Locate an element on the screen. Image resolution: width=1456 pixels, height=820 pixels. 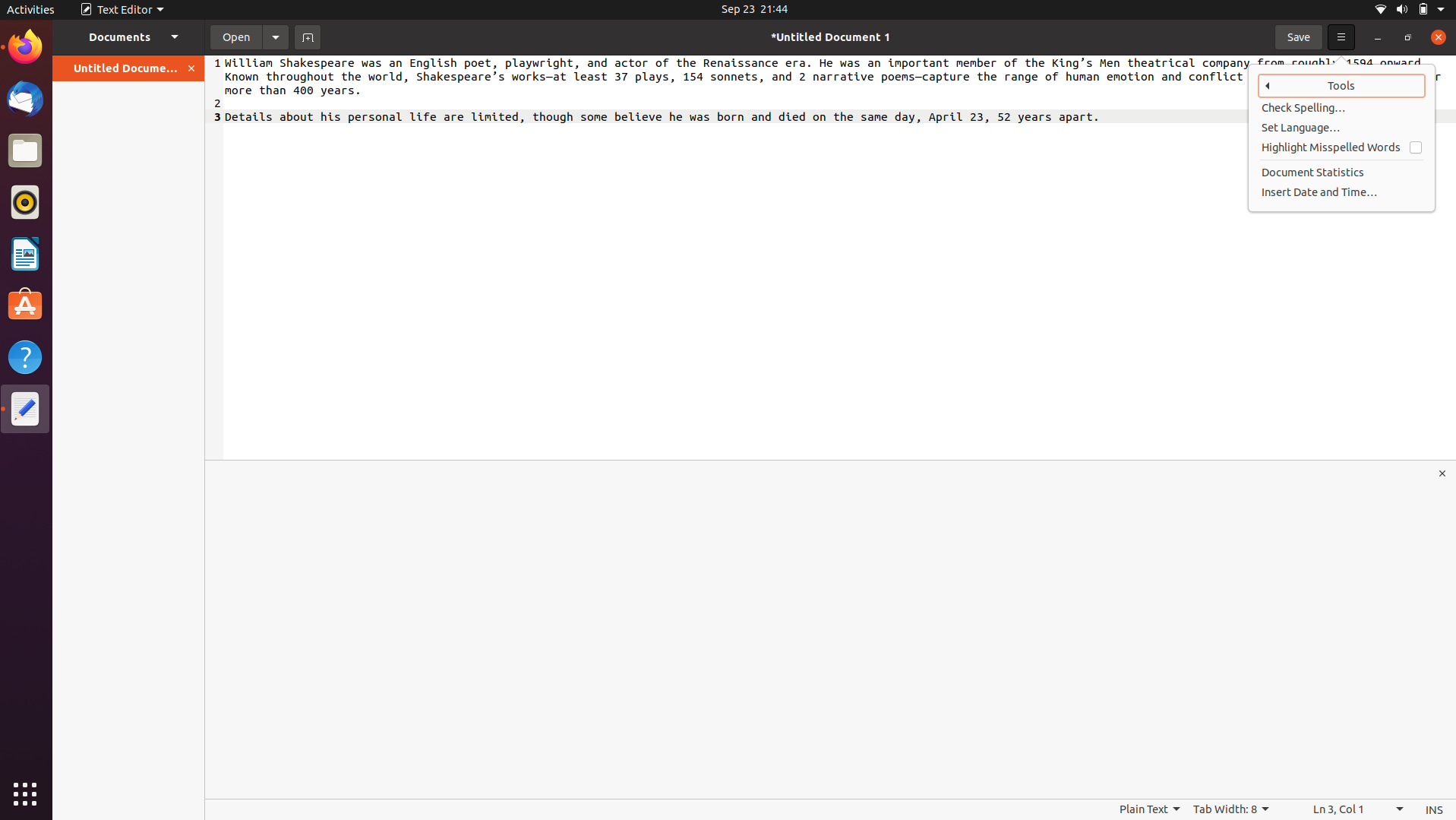
Start a fresh document is located at coordinates (307, 36).